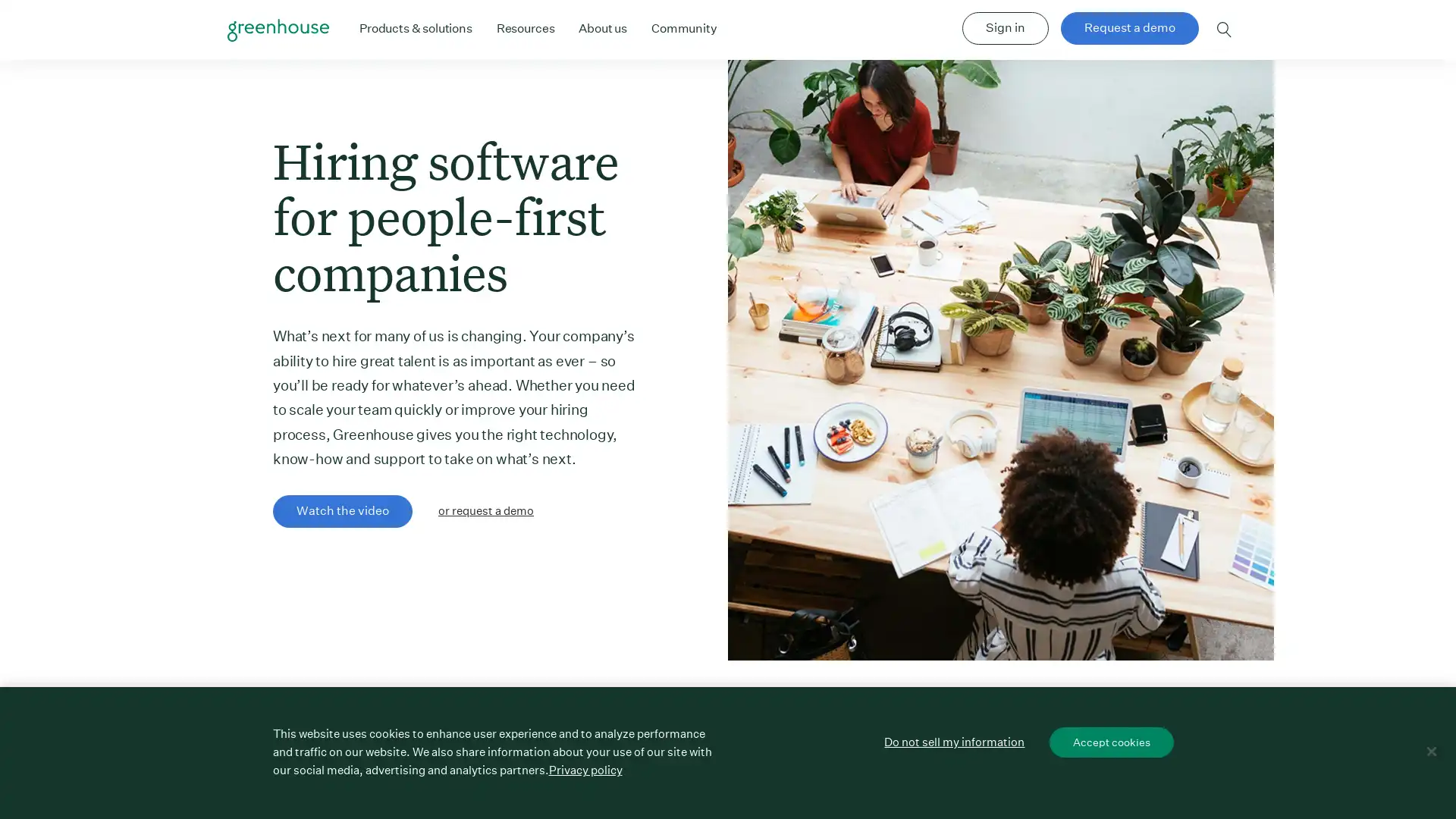  I want to click on Accept cookies, so click(1111, 741).